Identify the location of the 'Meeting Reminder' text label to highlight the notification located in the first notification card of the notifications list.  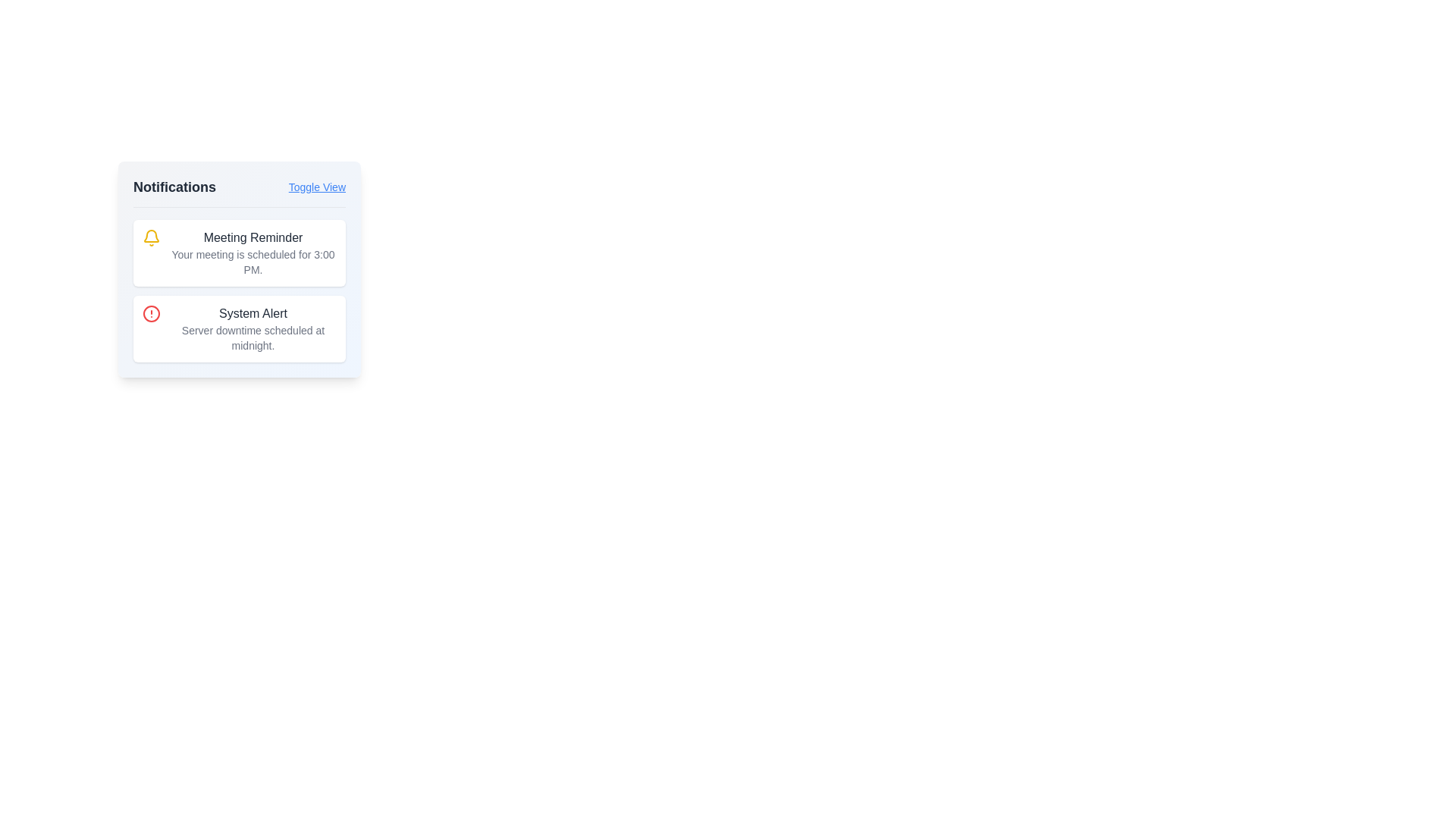
(253, 237).